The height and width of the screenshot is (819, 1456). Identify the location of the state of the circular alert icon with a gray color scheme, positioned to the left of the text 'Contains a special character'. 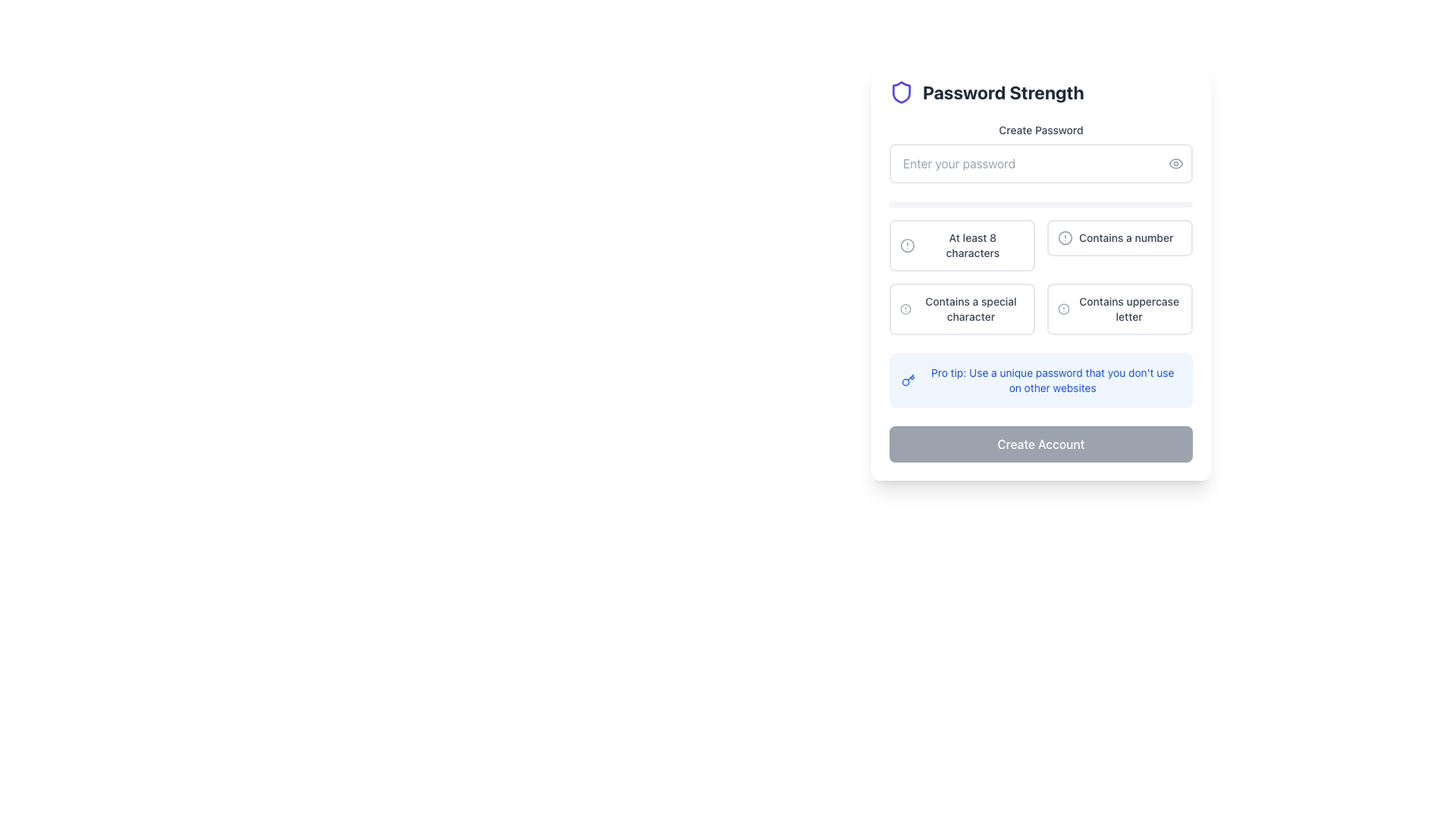
(905, 309).